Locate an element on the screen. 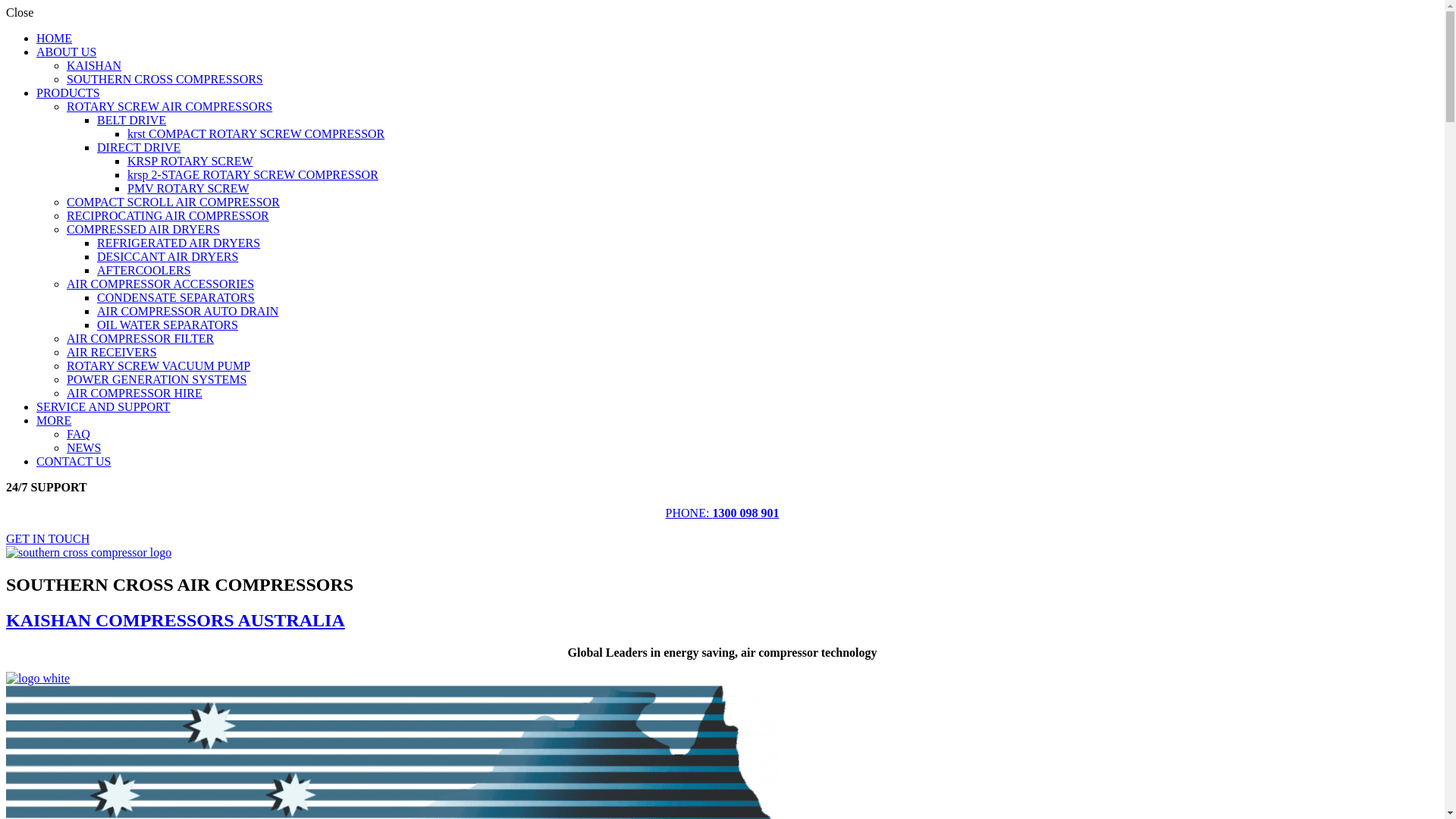 The width and height of the screenshot is (1456, 819). 'PHONE: 1300 098 901' is located at coordinates (666, 512).